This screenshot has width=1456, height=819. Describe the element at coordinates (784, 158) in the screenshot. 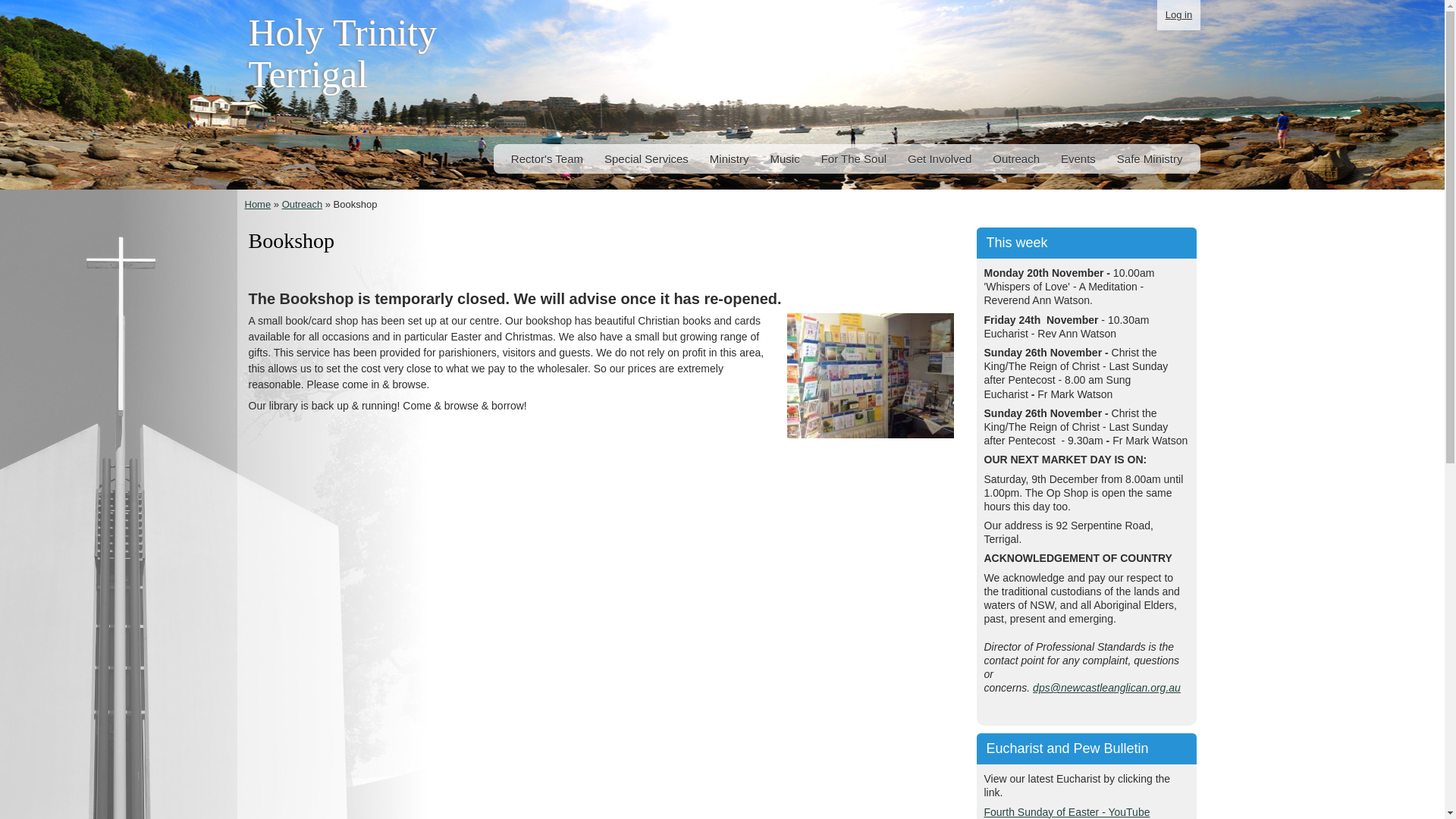

I see `'Music'` at that location.